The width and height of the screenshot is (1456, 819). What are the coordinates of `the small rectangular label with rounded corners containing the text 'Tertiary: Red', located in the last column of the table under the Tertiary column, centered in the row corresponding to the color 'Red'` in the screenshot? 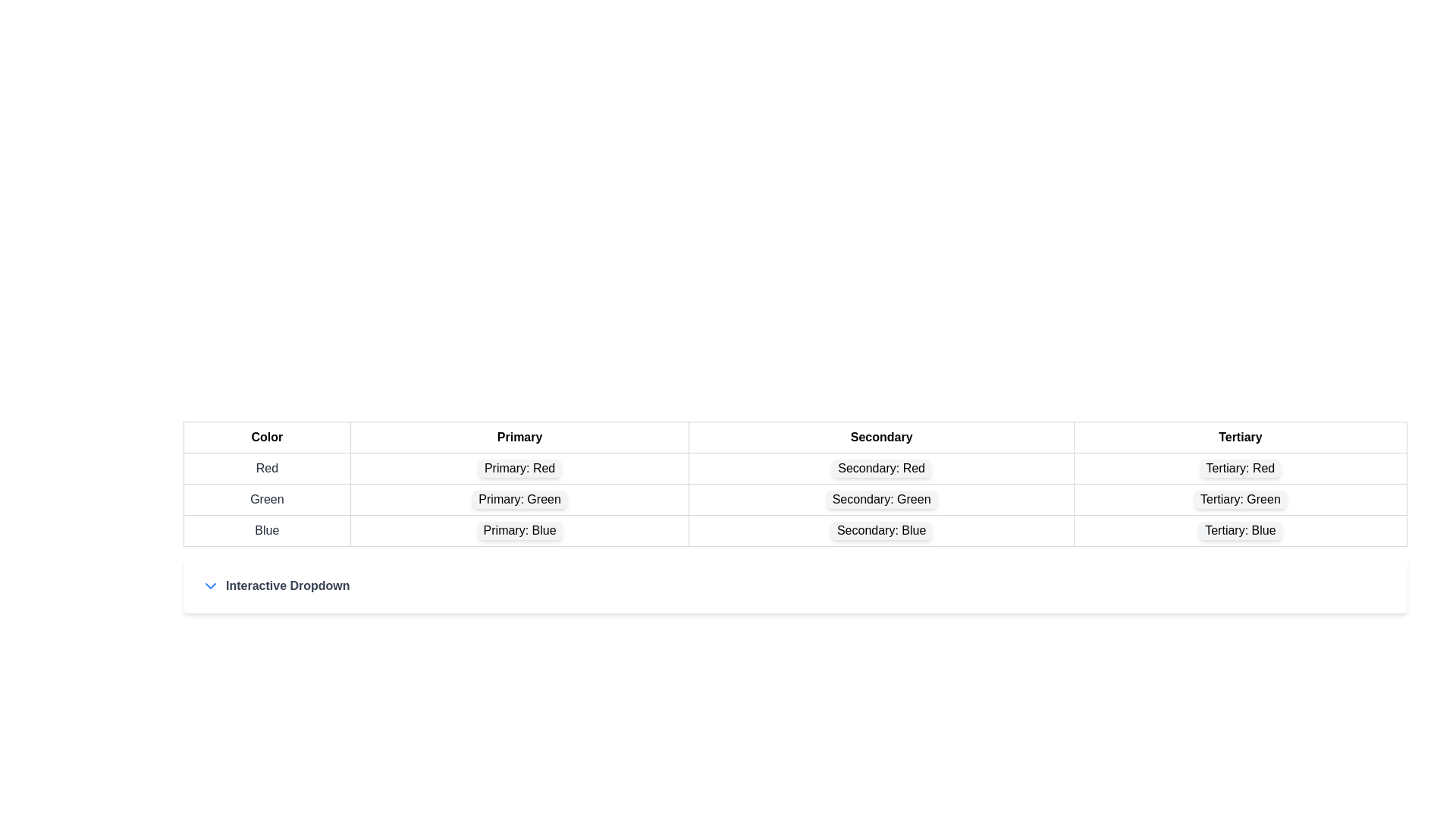 It's located at (1240, 467).